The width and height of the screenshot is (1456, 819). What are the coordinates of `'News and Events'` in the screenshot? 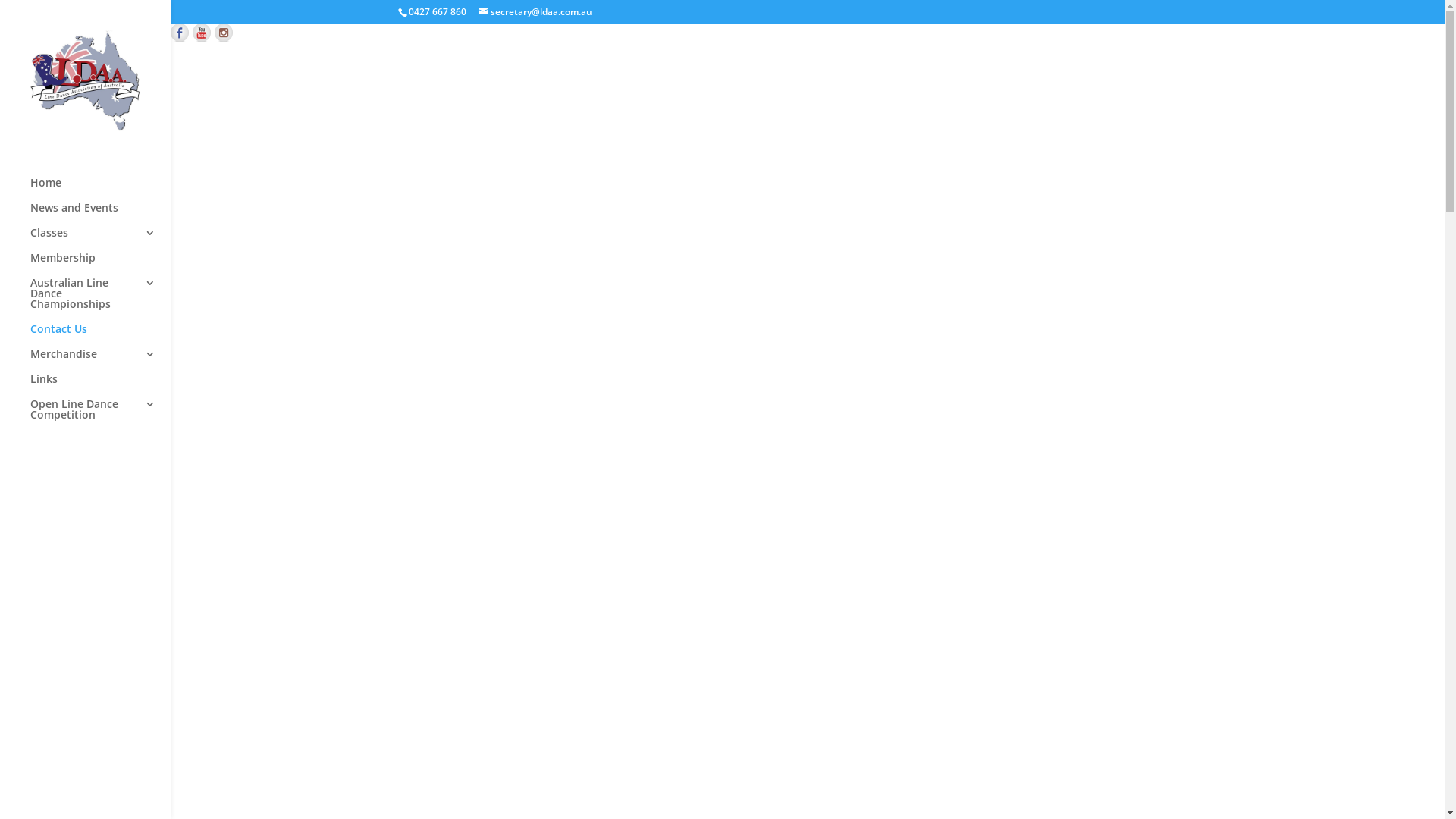 It's located at (30, 215).